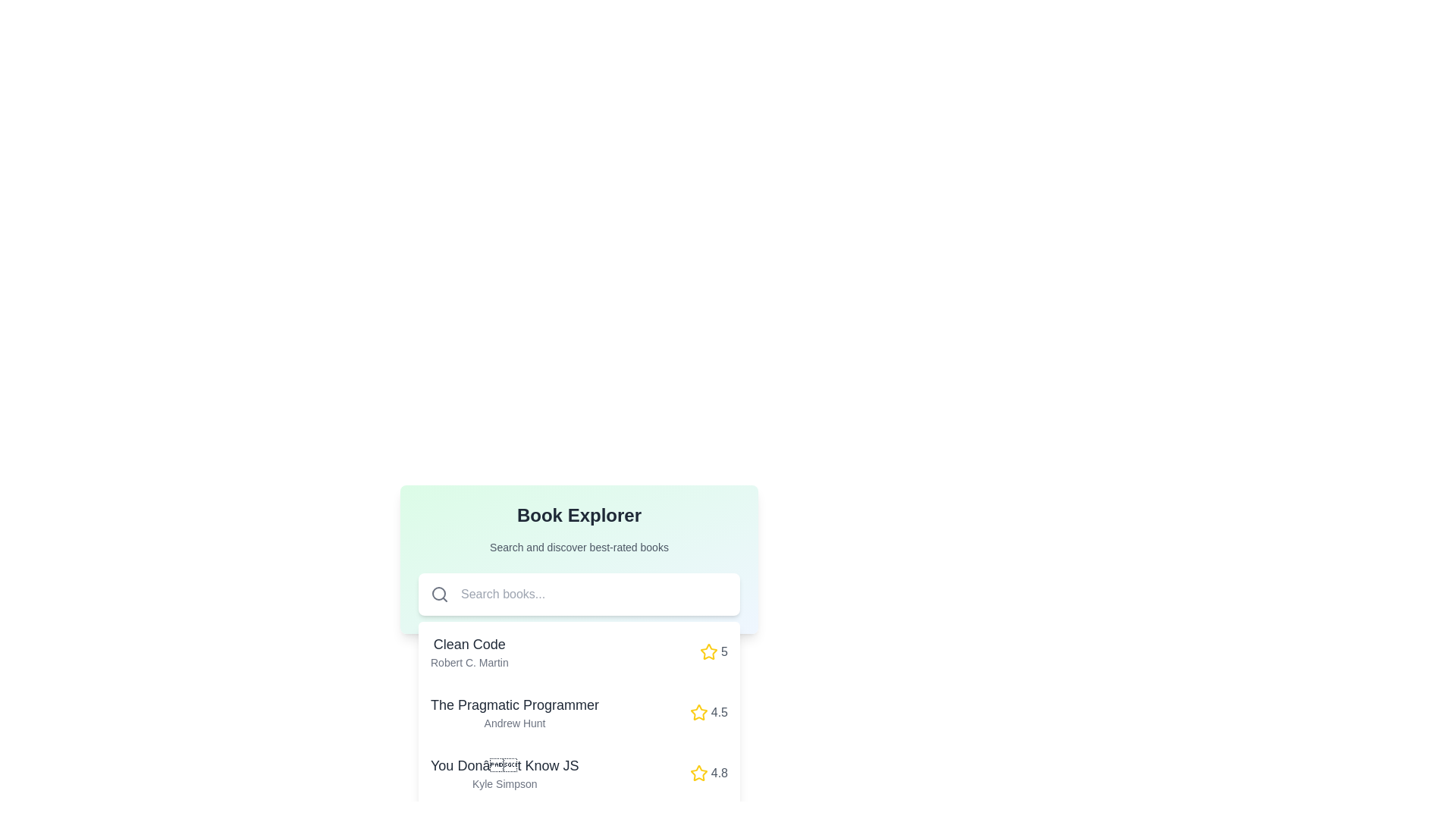  Describe the element at coordinates (713, 651) in the screenshot. I see `the rating value displayed by the yellow star icon and the number '5' in the first book entry 'Clean Code' of the 'Book Explorer' list` at that location.